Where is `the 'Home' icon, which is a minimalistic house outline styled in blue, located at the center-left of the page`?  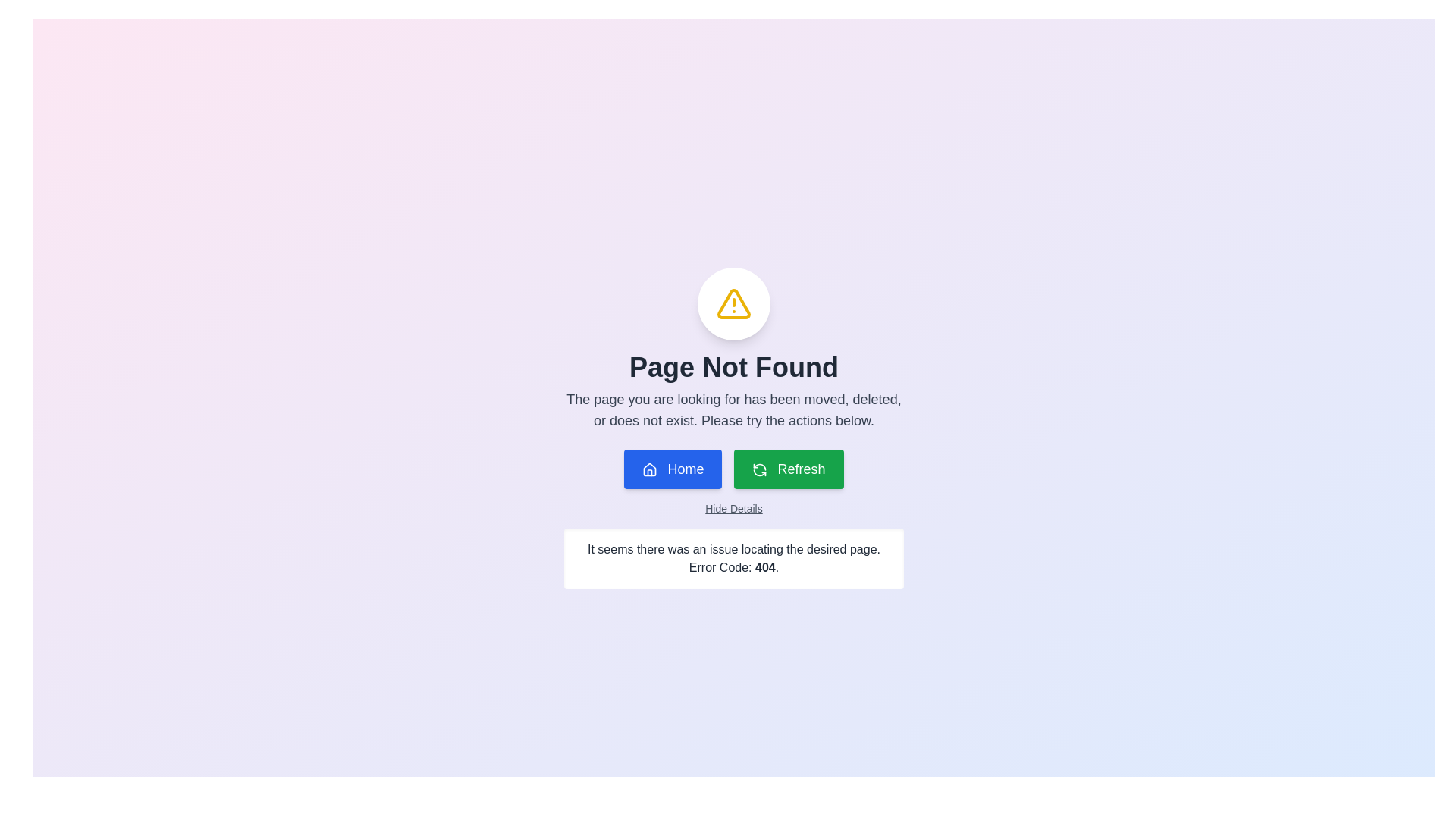
the 'Home' icon, which is a minimalistic house outline styled in blue, located at the center-left of the page is located at coordinates (650, 469).